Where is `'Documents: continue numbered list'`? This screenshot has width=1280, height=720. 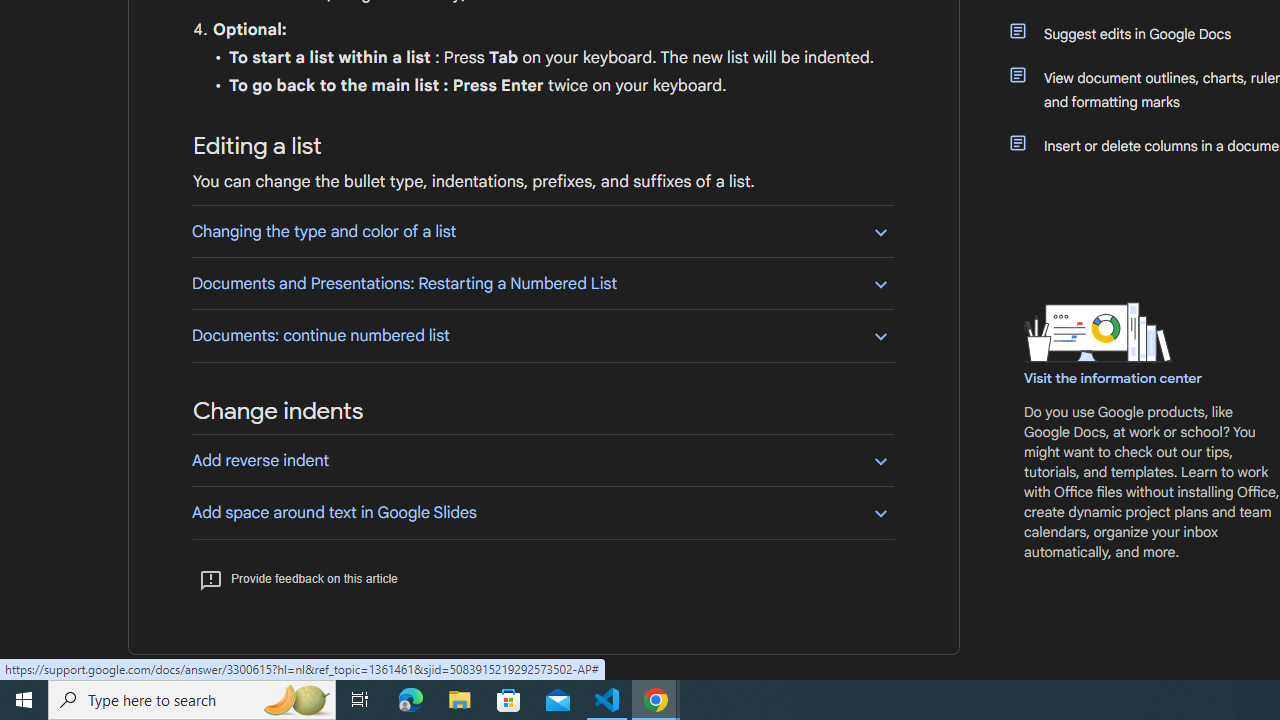 'Documents: continue numbered list' is located at coordinates (542, 334).